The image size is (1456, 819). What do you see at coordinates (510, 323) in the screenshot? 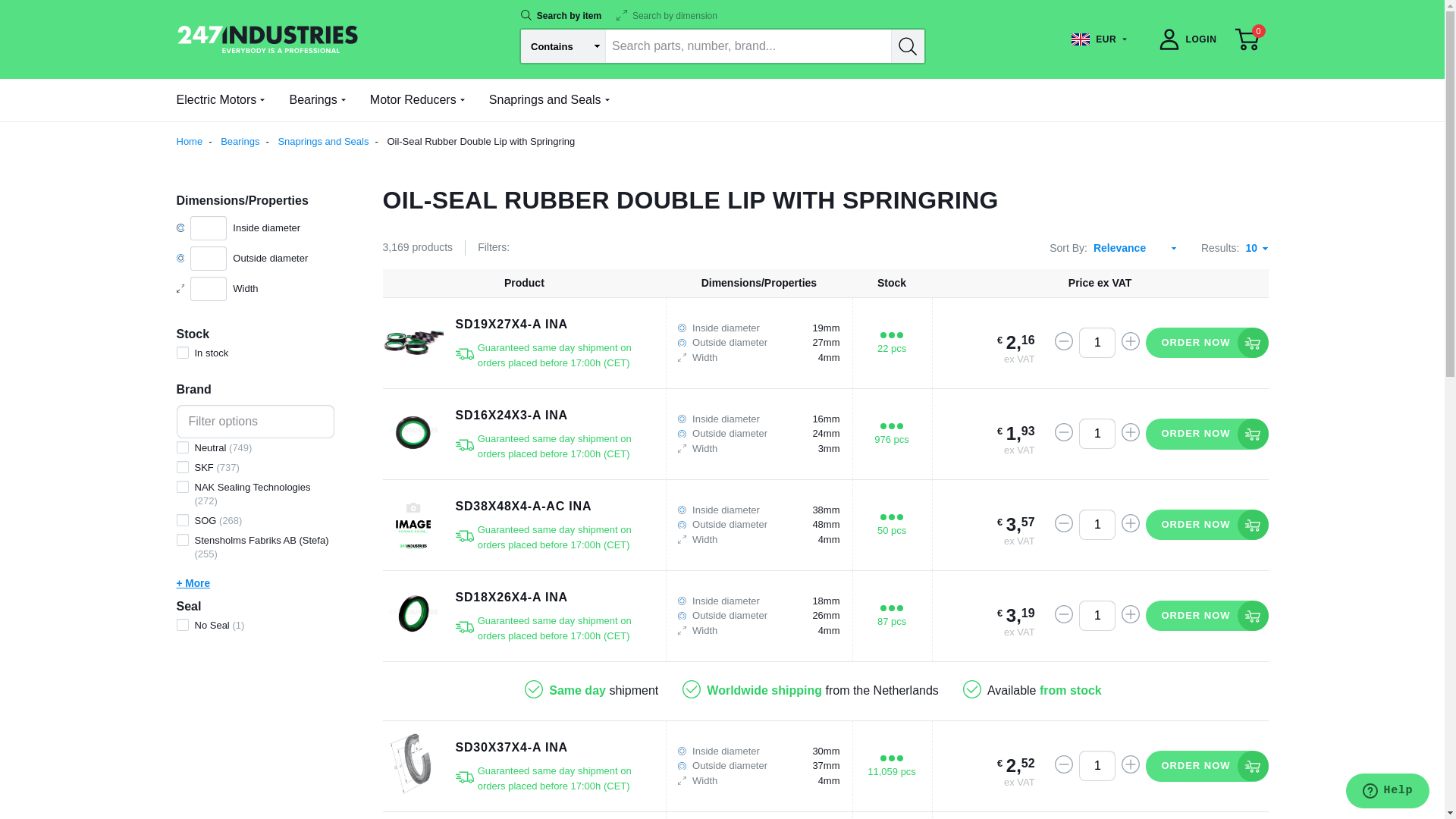
I see `'SD19X27X4-A INA'` at bounding box center [510, 323].